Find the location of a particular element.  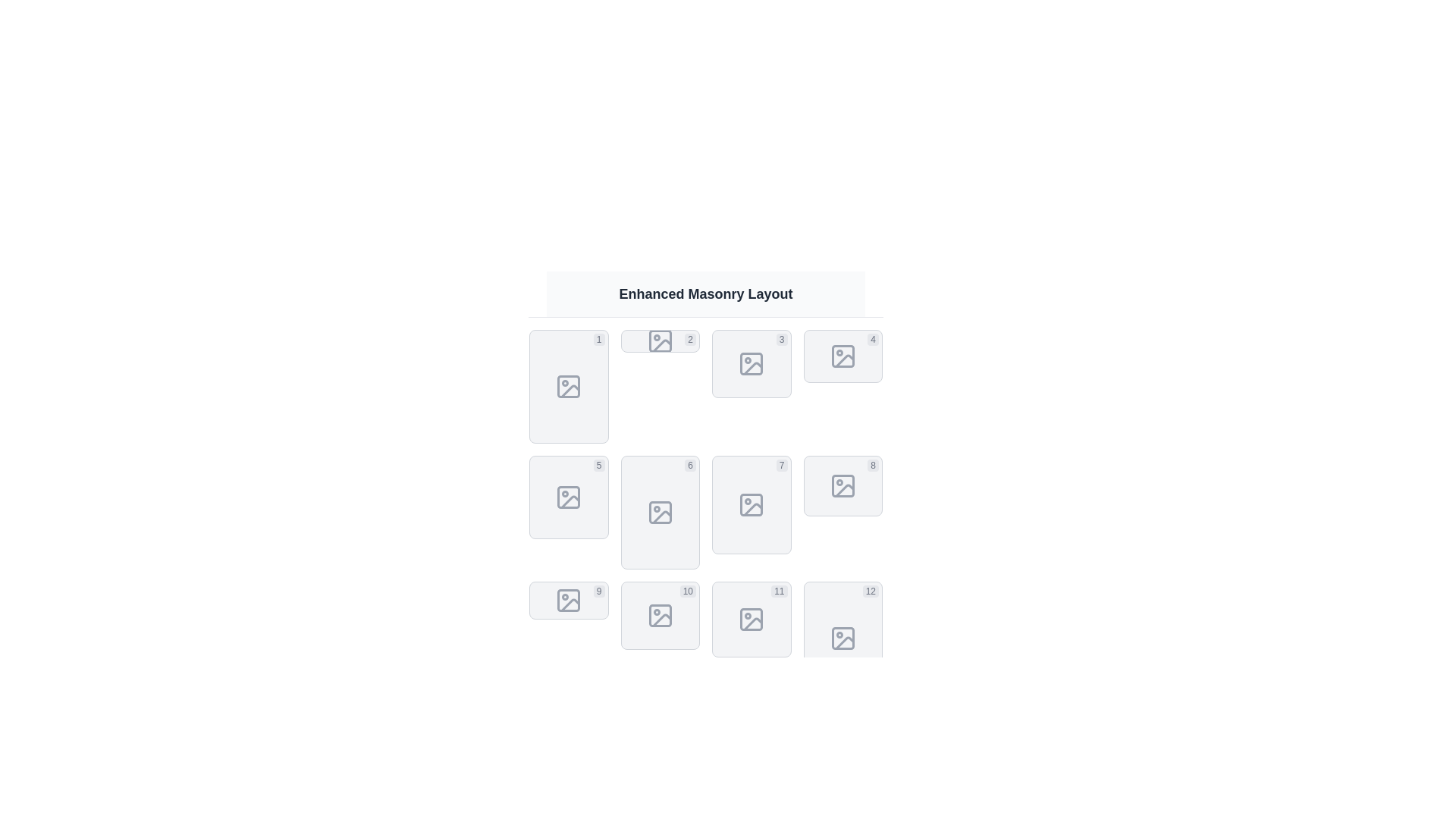

the Tile element, which is a rectangular card with a light gray background and a thin gray border, featuring an image placeholder icon at the center and a badge with the number '12' at the top-right corner is located at coordinates (842, 638).